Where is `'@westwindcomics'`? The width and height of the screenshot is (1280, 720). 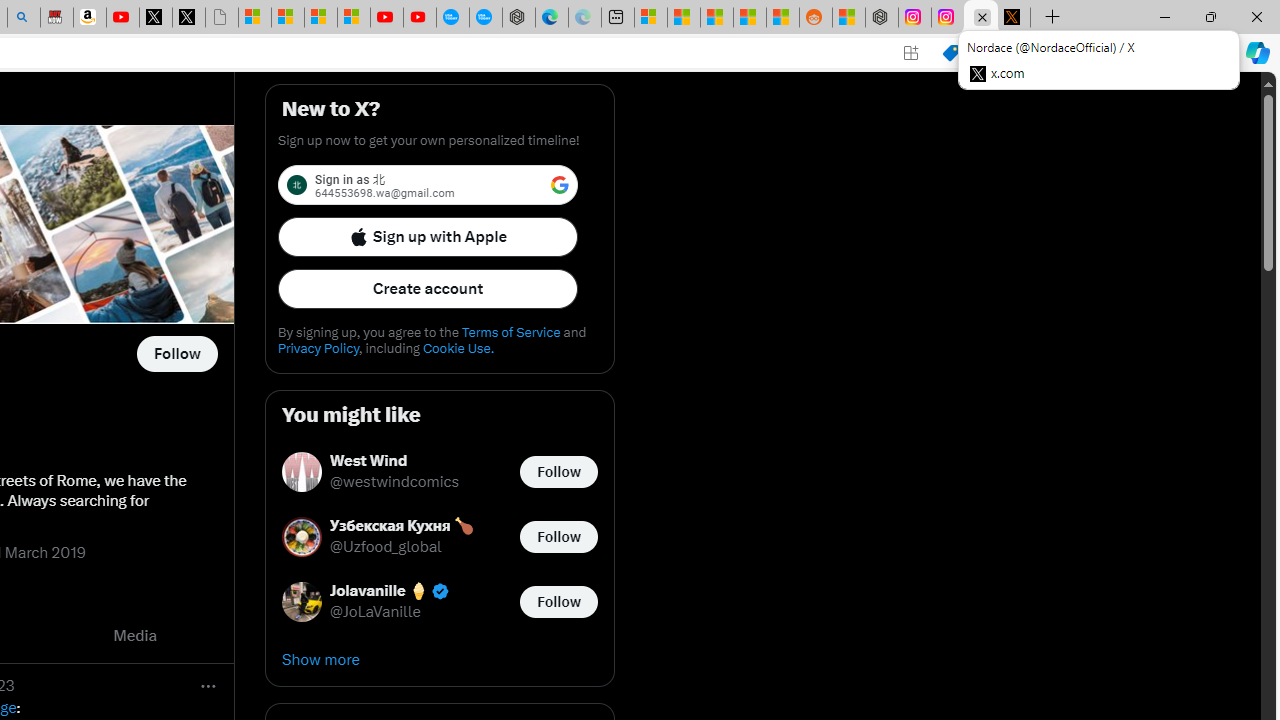
'@westwindcomics' is located at coordinates (394, 482).